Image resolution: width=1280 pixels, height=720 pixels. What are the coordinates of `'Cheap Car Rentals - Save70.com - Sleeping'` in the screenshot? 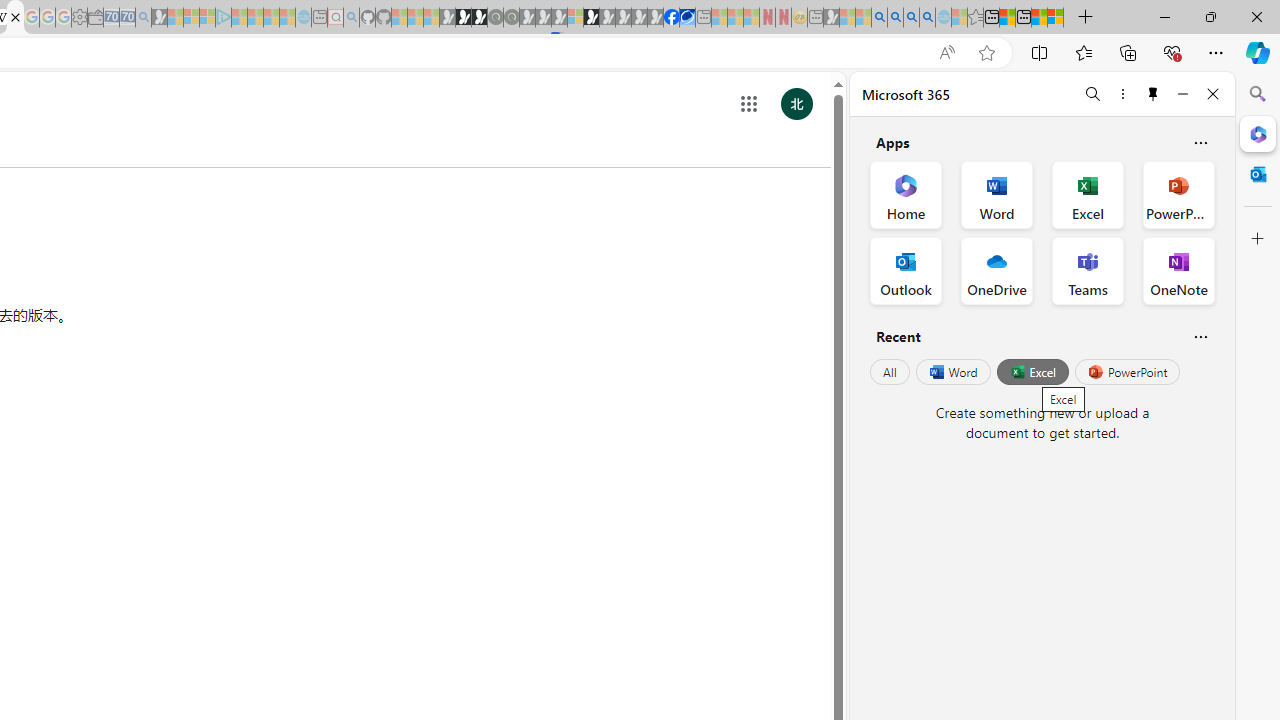 It's located at (126, 17).